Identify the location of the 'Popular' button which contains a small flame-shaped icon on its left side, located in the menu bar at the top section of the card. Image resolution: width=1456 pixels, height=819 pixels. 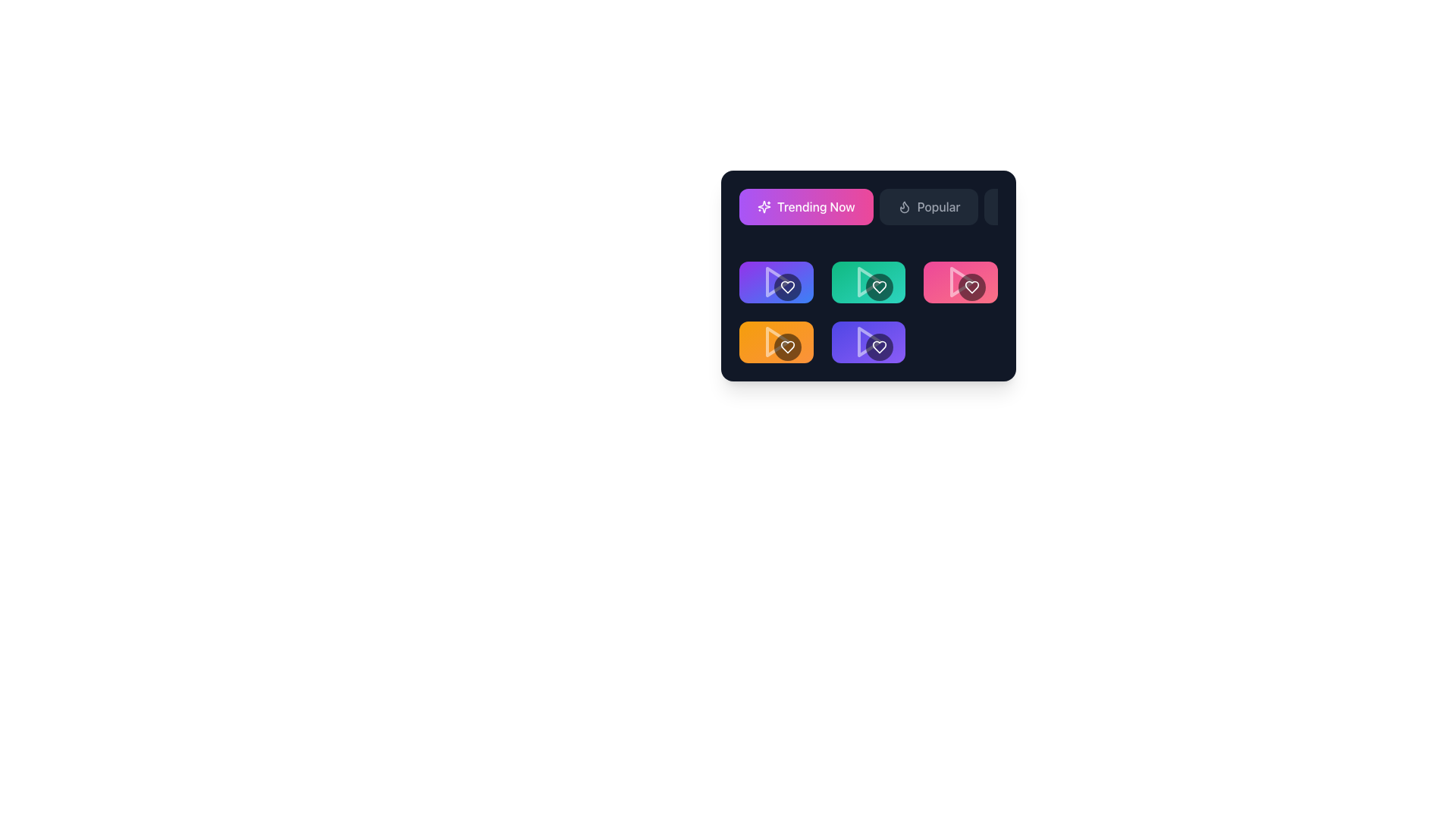
(904, 207).